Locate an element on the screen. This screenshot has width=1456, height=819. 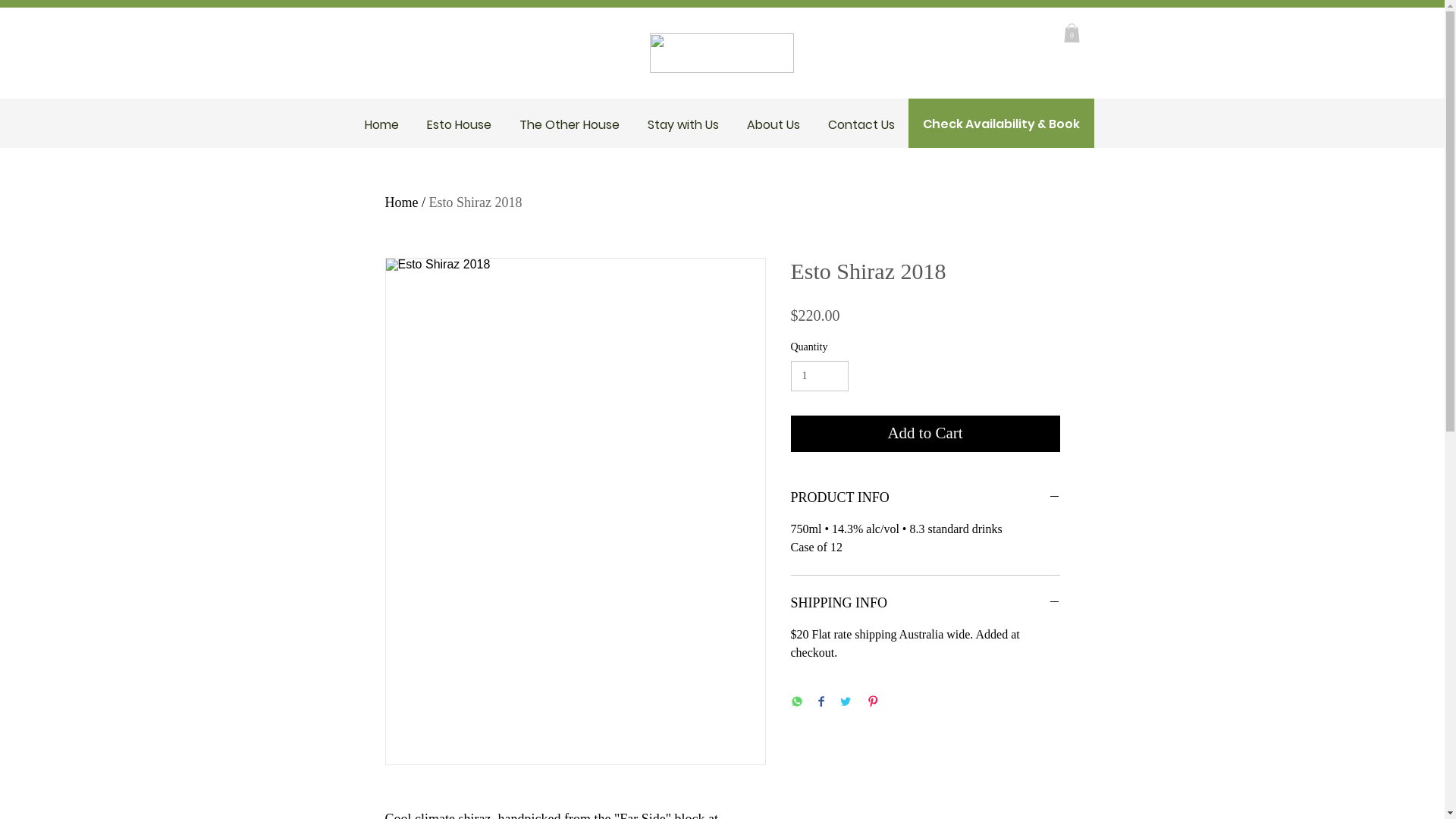
'Check Availability & Book' is located at coordinates (1001, 124).